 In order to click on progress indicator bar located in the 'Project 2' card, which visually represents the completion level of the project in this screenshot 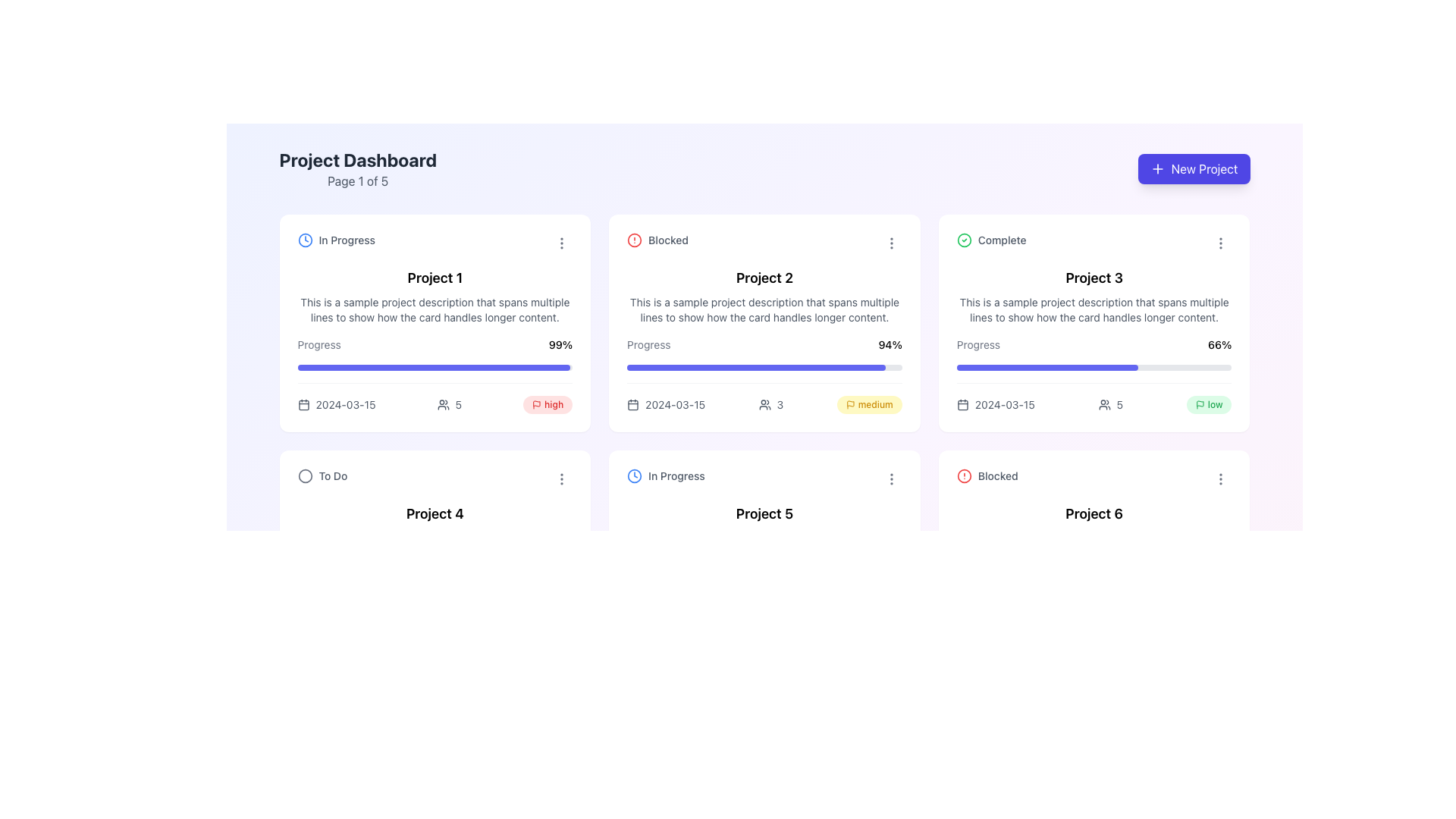, I will do `click(756, 368)`.